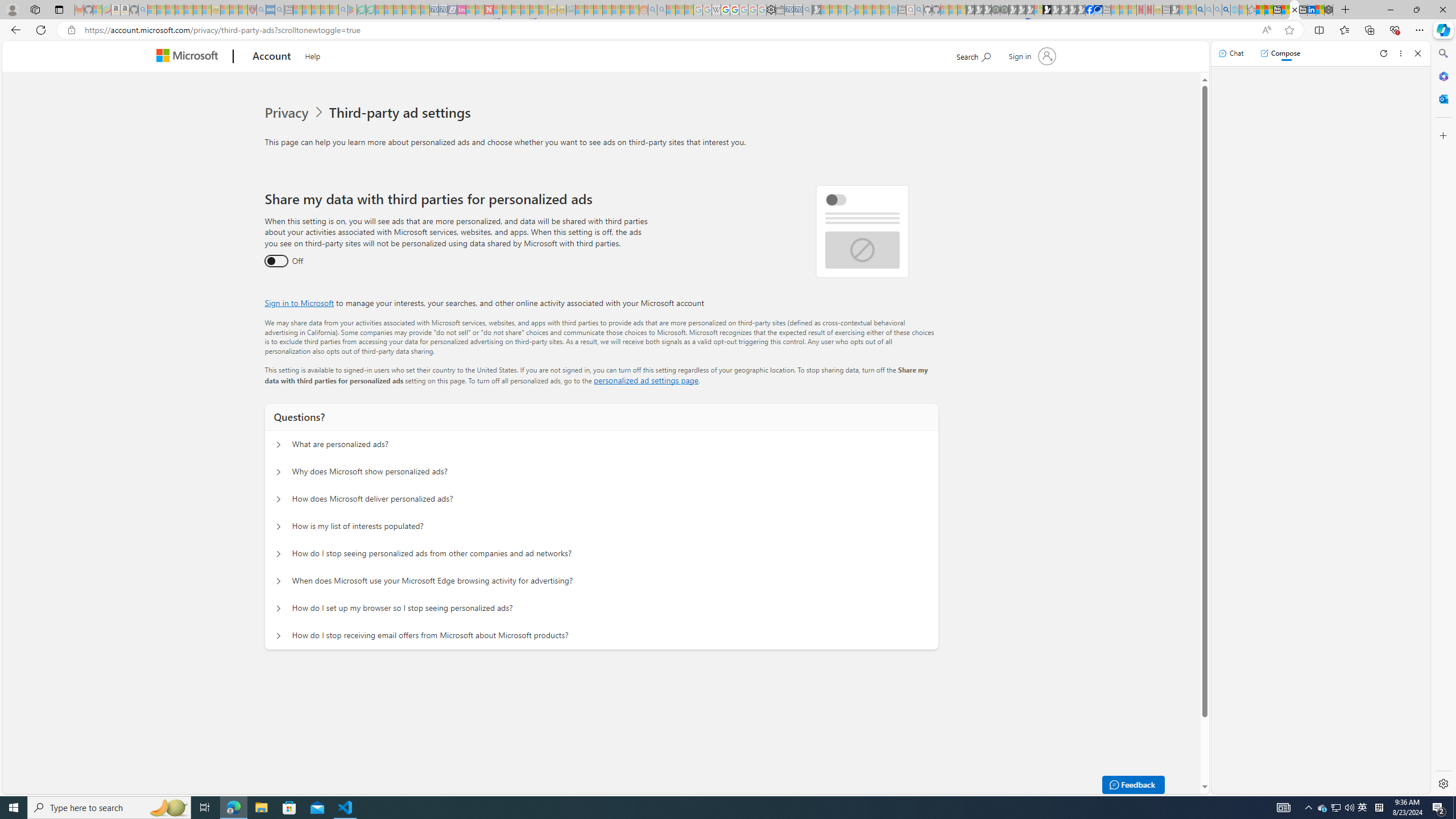  What do you see at coordinates (1226, 9) in the screenshot?
I see `'Google Chrome Internet Browser Download - Search Images'` at bounding box center [1226, 9].